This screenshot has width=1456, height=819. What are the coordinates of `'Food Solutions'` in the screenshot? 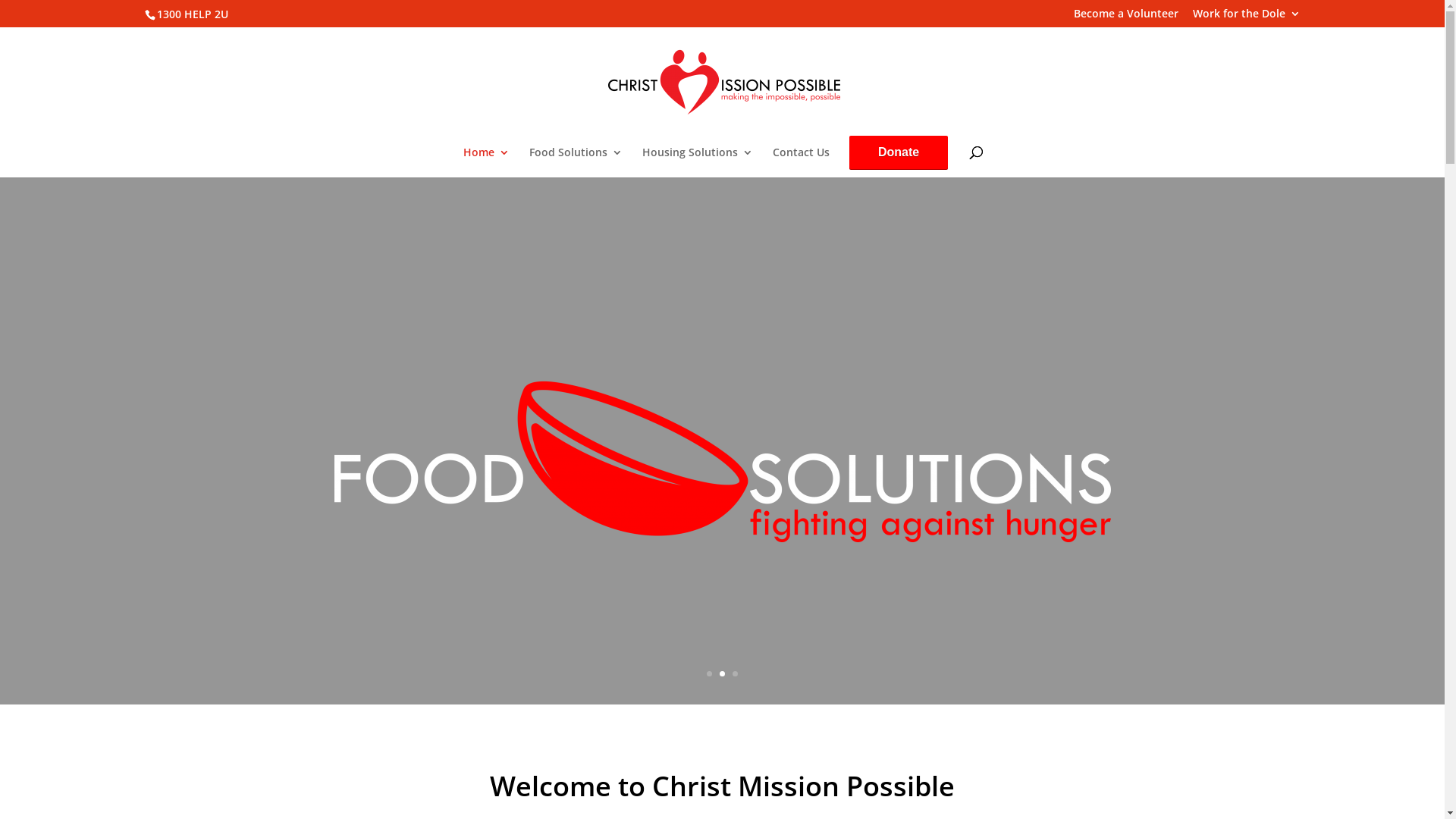 It's located at (575, 162).